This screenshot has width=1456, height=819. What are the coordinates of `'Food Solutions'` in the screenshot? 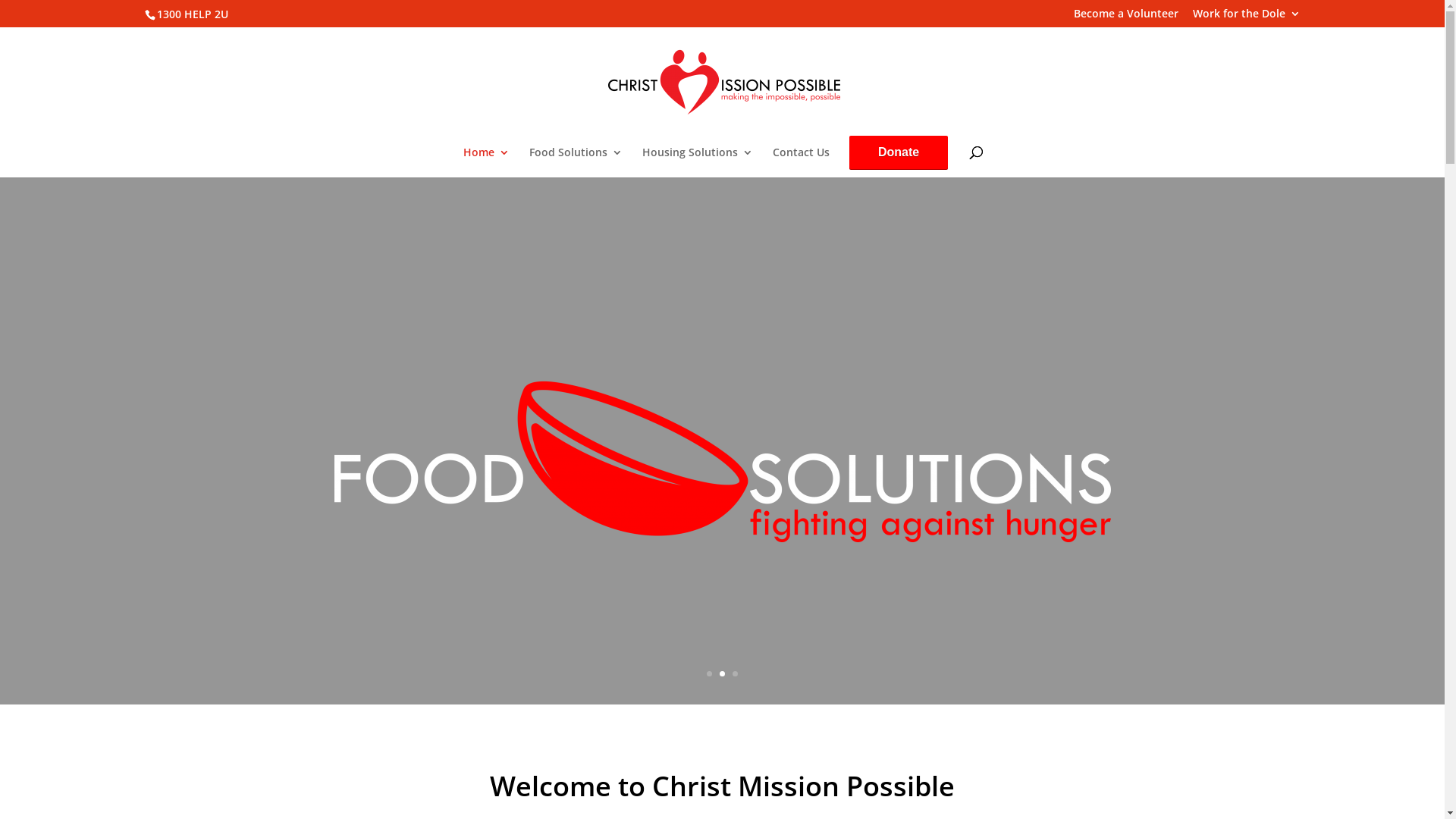 It's located at (575, 162).